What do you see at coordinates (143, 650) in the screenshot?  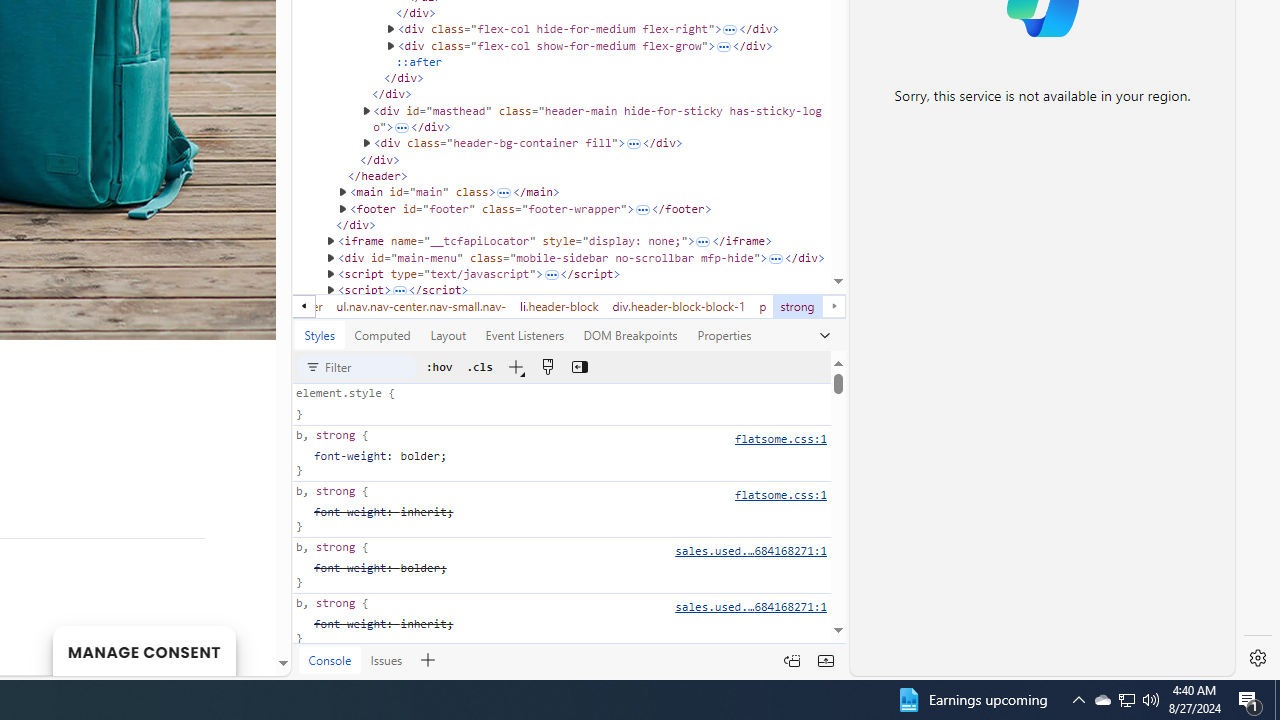 I see `'MANAGE CONSENT'` at bounding box center [143, 650].